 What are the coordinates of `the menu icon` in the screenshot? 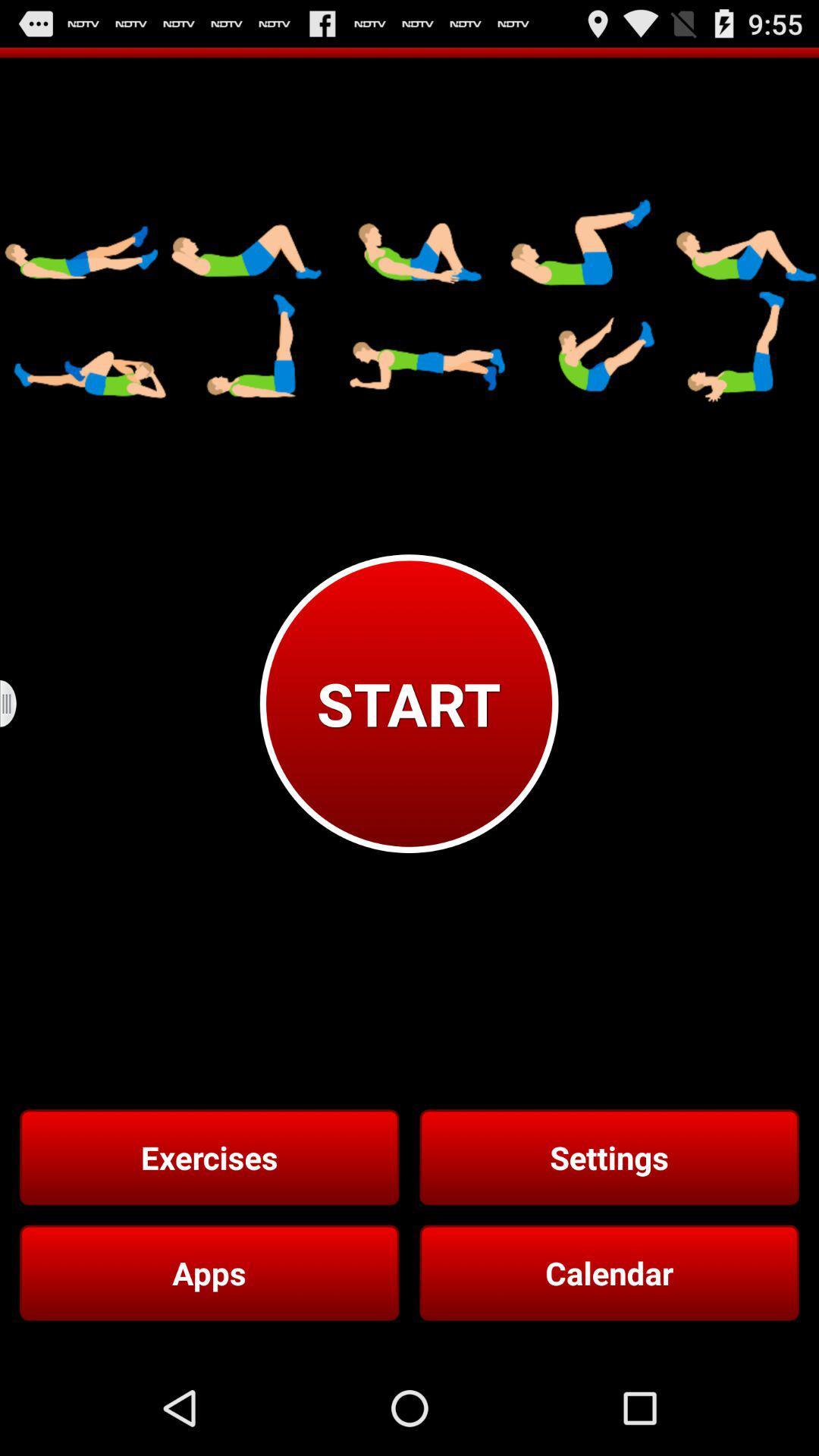 It's located at (17, 753).